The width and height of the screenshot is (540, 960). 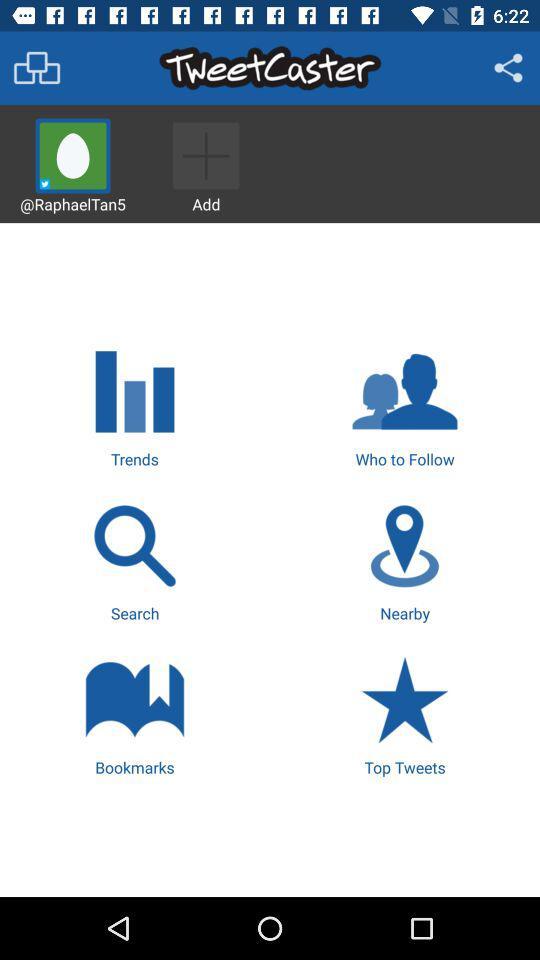 What do you see at coordinates (72, 155) in the screenshot?
I see `white egg icon which is above raphaeltan5` at bounding box center [72, 155].